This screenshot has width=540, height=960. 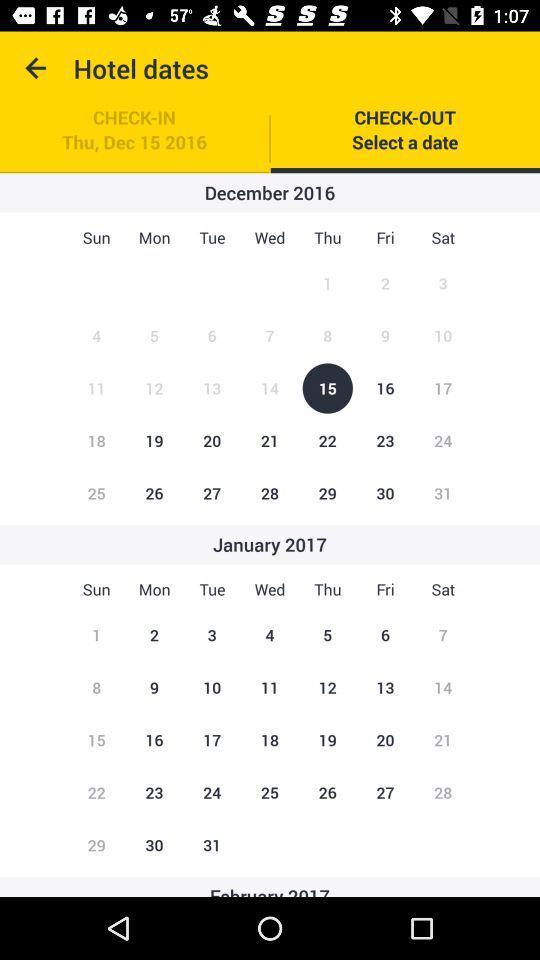 What do you see at coordinates (385, 282) in the screenshot?
I see `the date 2 which is below fri` at bounding box center [385, 282].